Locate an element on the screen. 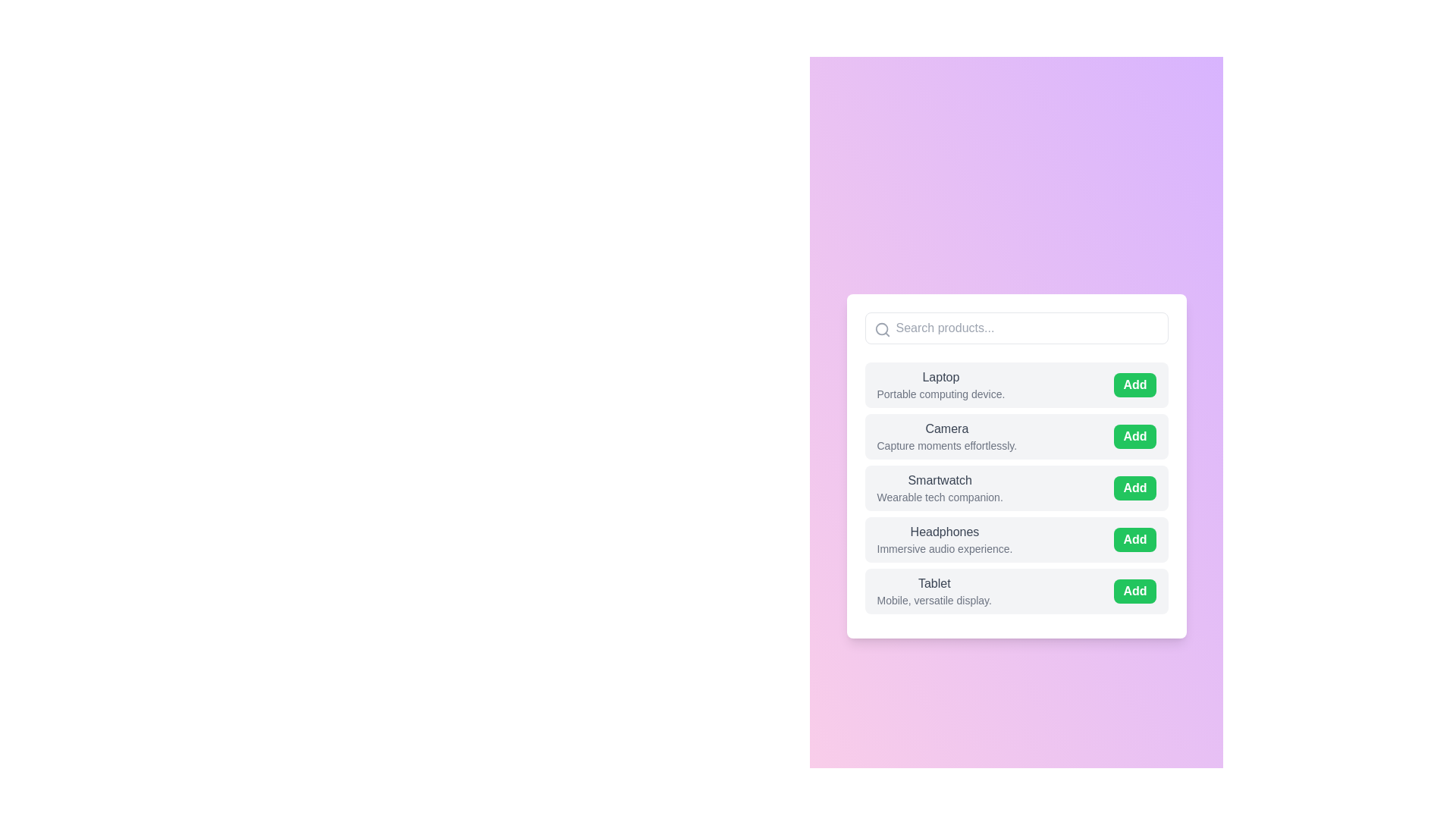  the 'Add Tablet to Cart' button for accessibility is located at coordinates (1135, 590).